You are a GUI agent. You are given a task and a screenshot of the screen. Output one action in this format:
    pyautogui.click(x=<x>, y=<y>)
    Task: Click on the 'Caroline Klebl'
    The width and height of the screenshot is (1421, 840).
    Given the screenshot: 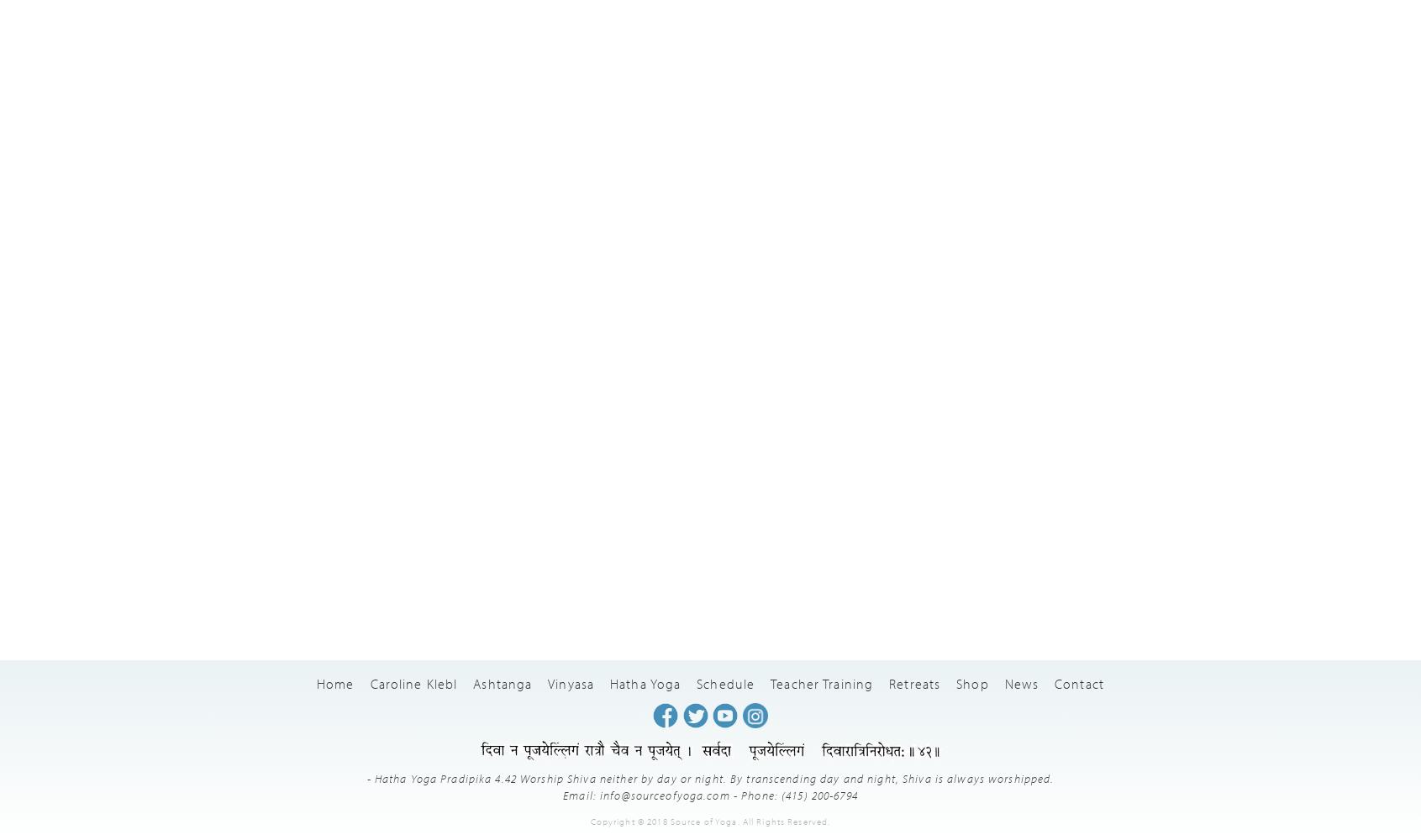 What is the action you would take?
    pyautogui.click(x=413, y=682)
    